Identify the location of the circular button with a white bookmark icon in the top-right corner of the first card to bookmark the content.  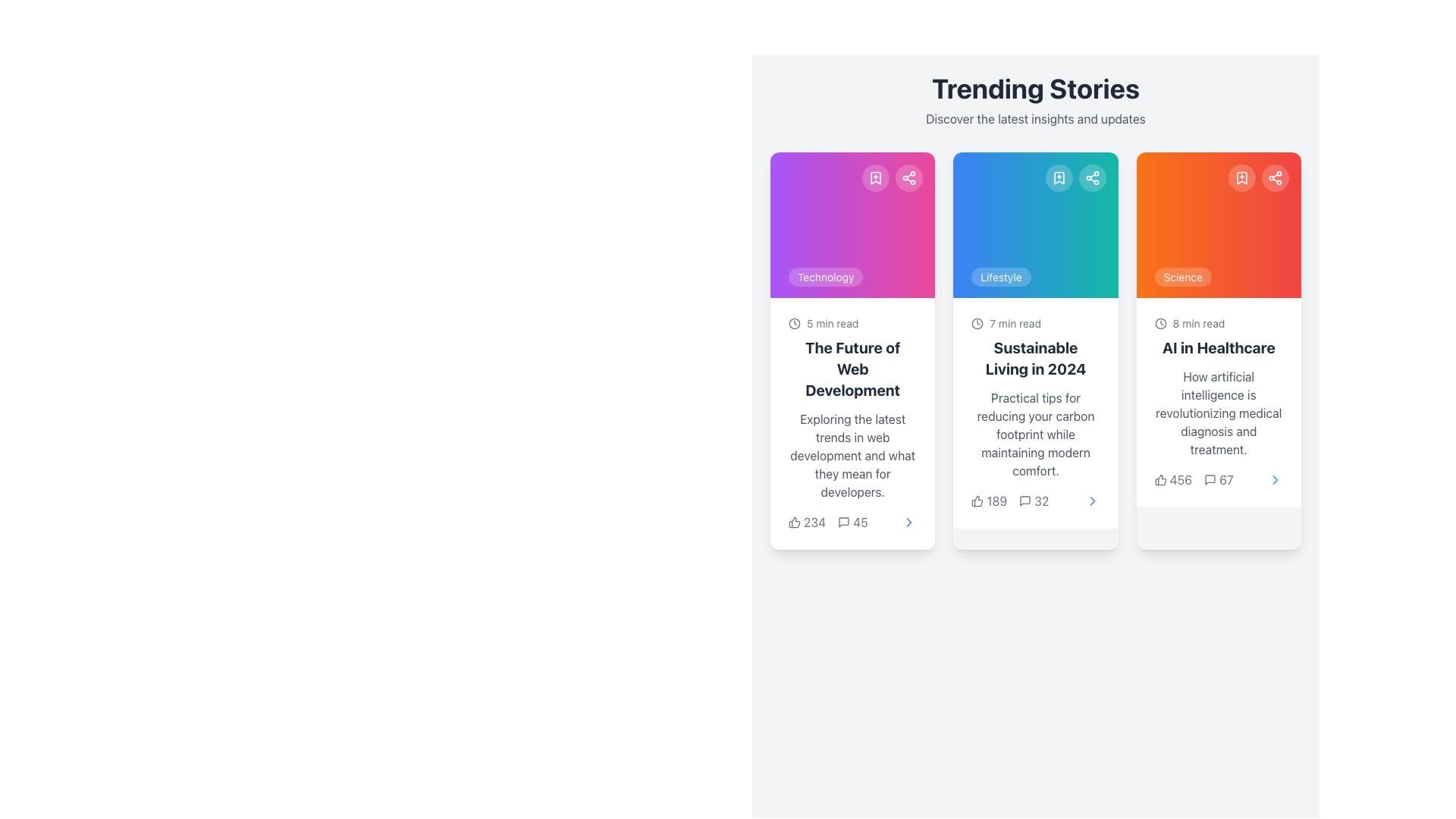
(876, 177).